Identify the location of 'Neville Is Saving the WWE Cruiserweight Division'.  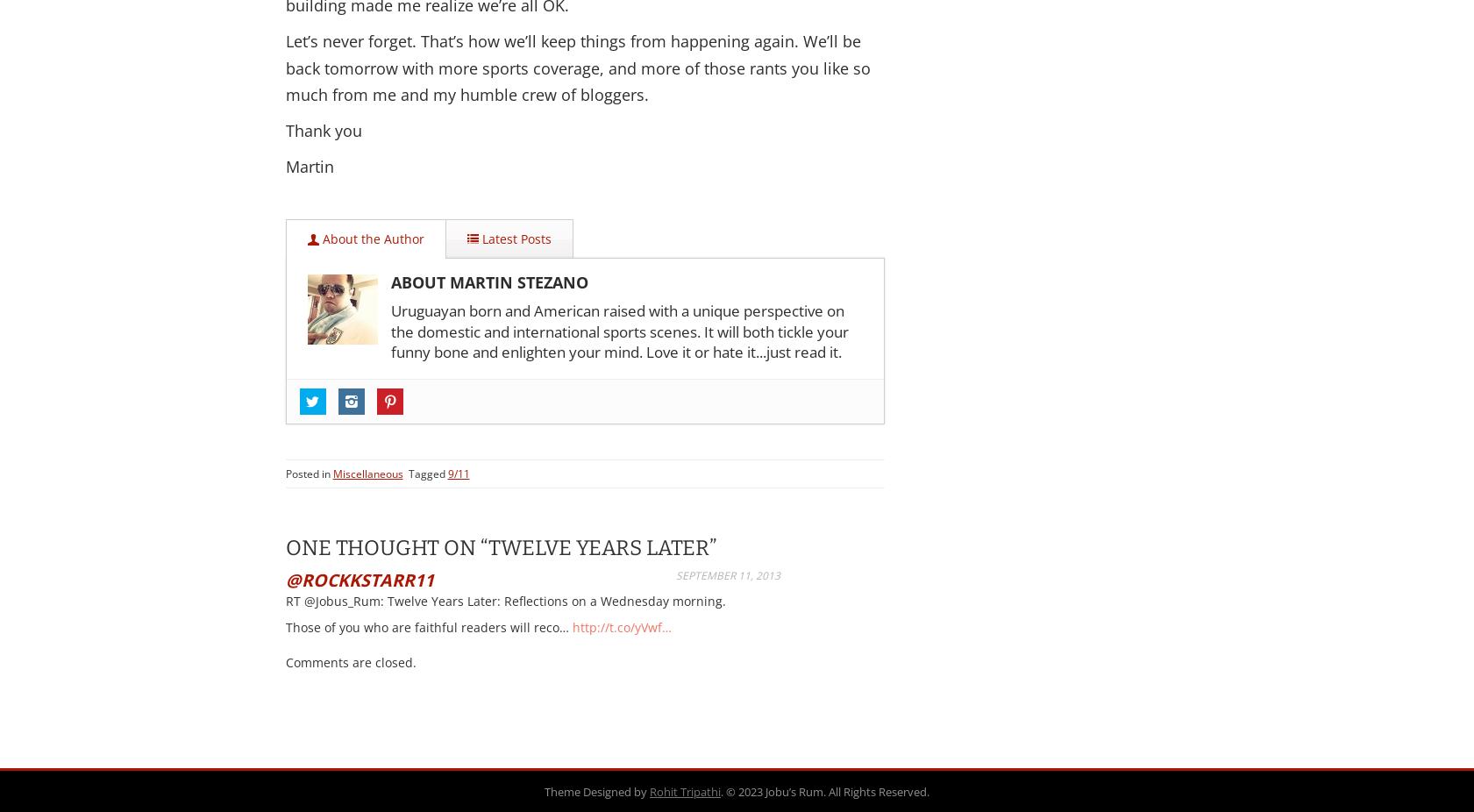
(330, 609).